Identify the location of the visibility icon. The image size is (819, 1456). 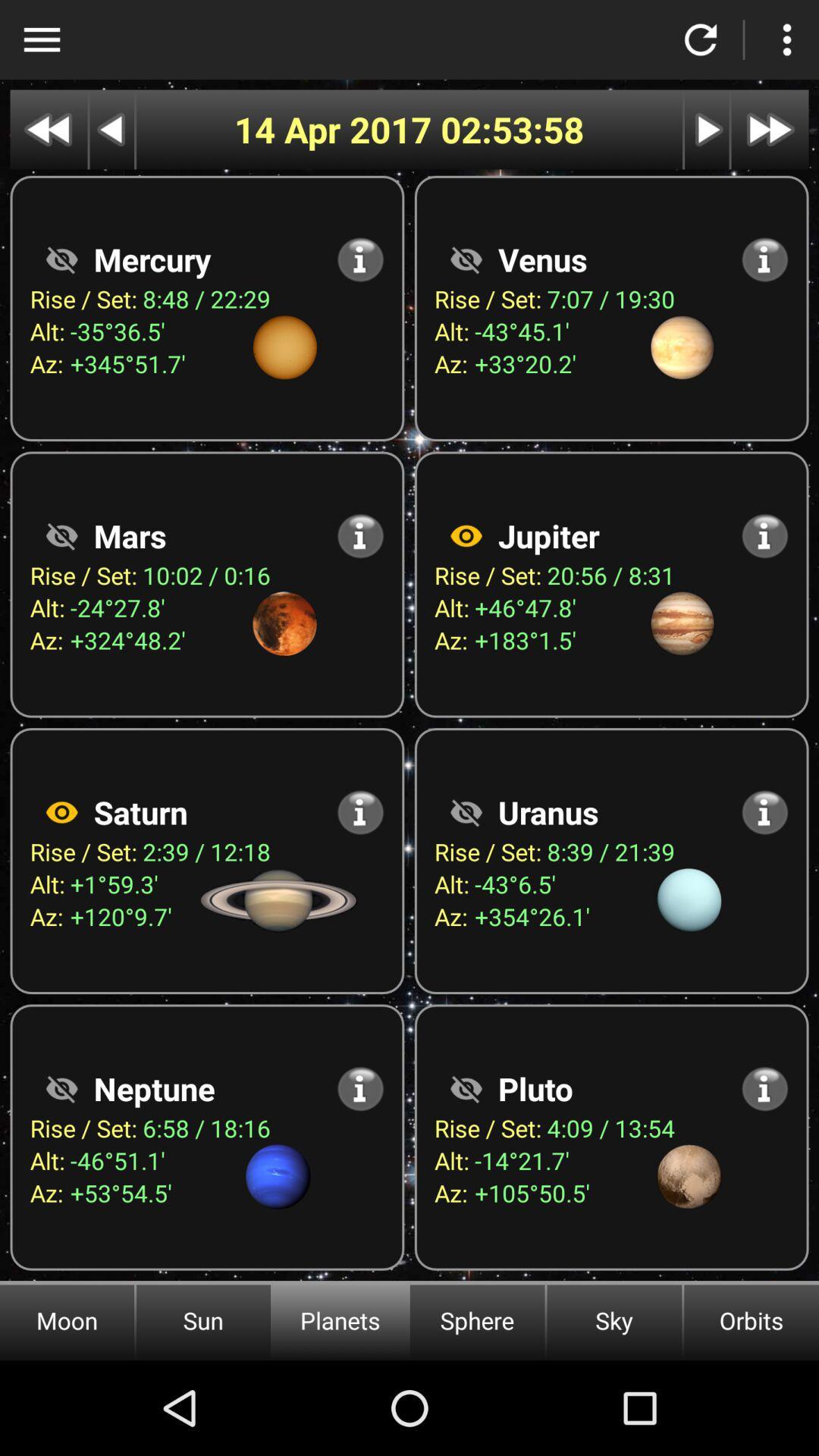
(61, 535).